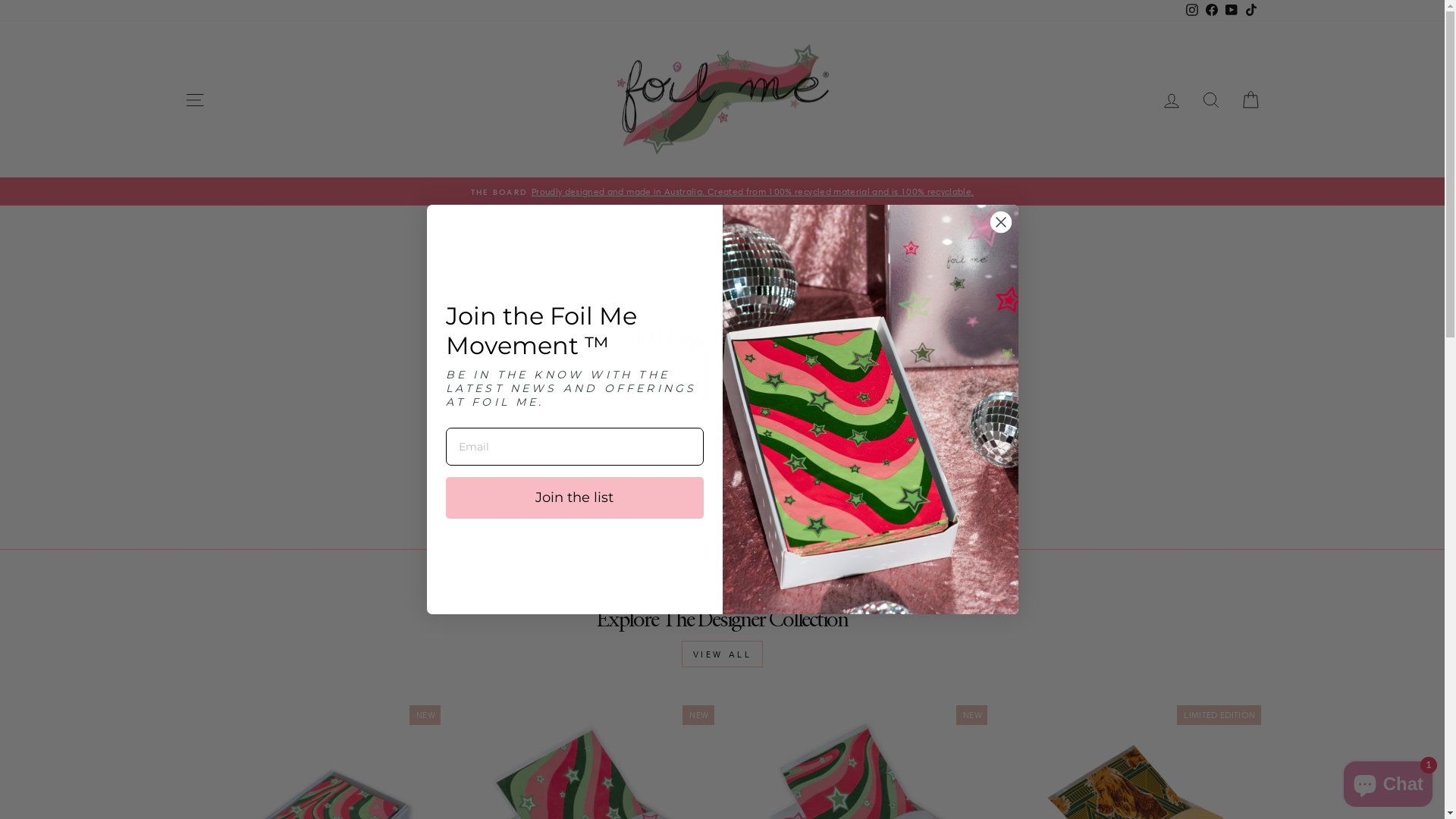 Image resolution: width=1456 pixels, height=819 pixels. What do you see at coordinates (1190, 11) in the screenshot?
I see `'Instagram'` at bounding box center [1190, 11].